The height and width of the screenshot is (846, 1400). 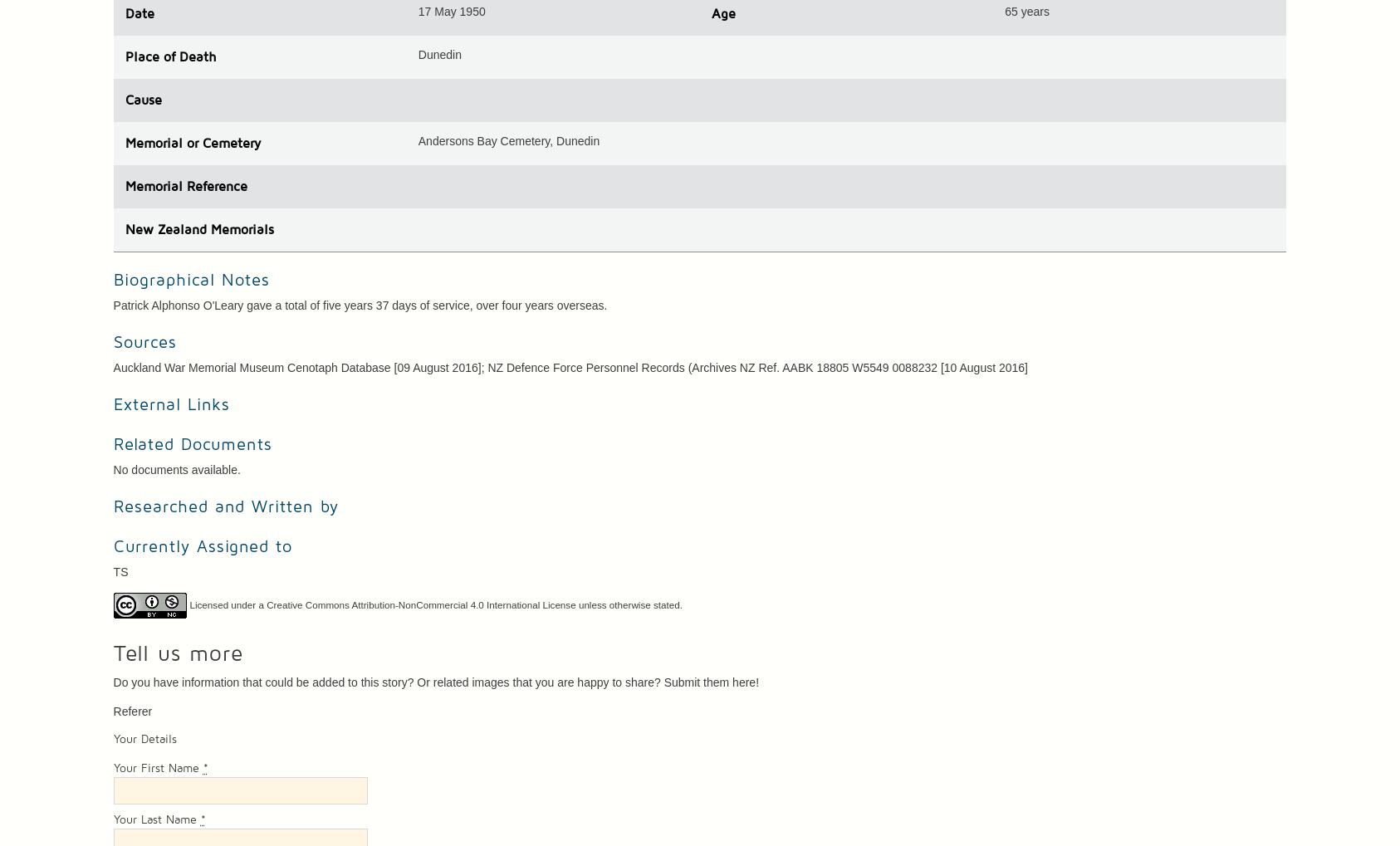 What do you see at coordinates (171, 403) in the screenshot?
I see `'External Links'` at bounding box center [171, 403].